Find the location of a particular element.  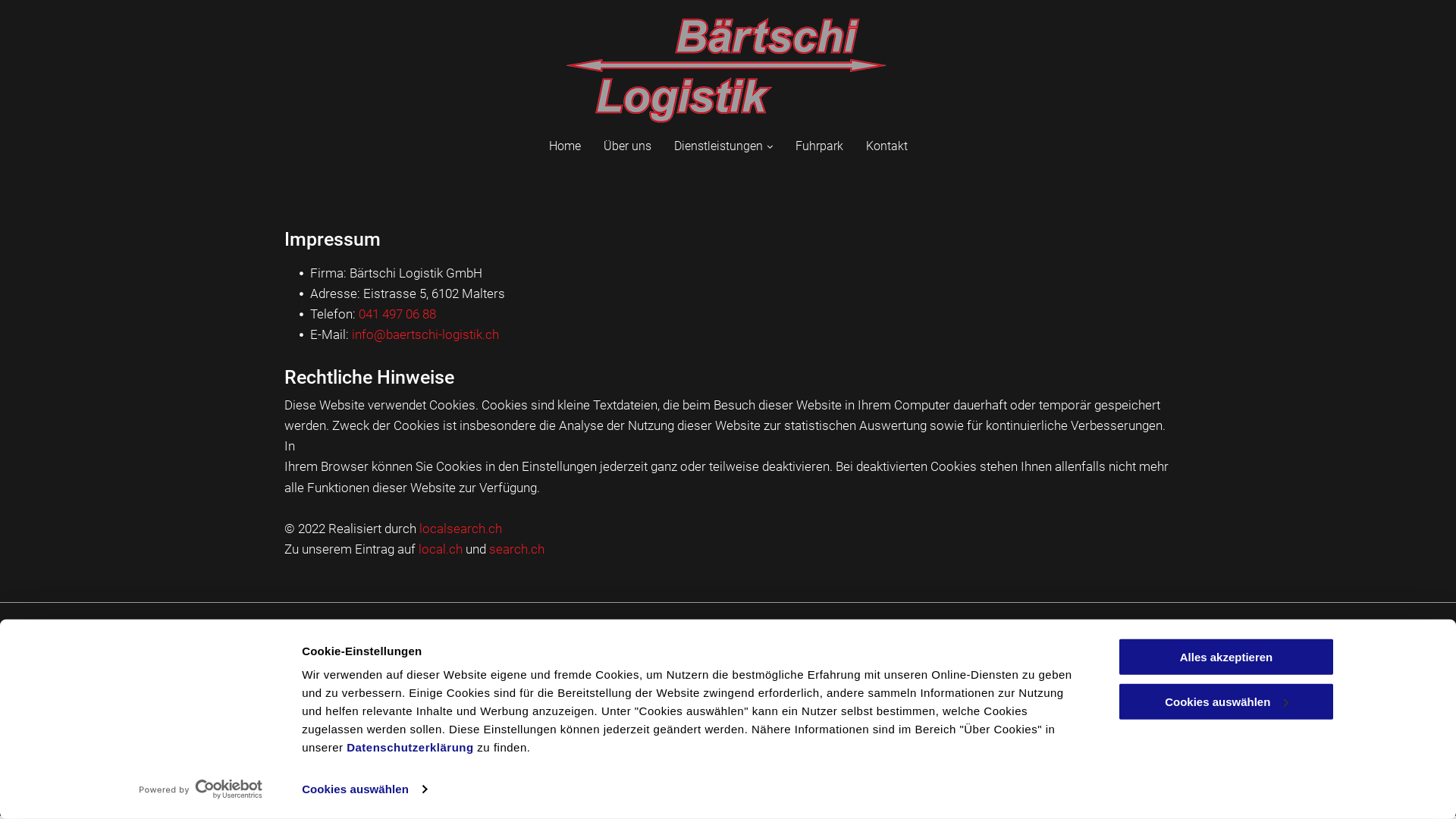

'Kontakt' is located at coordinates (886, 146).